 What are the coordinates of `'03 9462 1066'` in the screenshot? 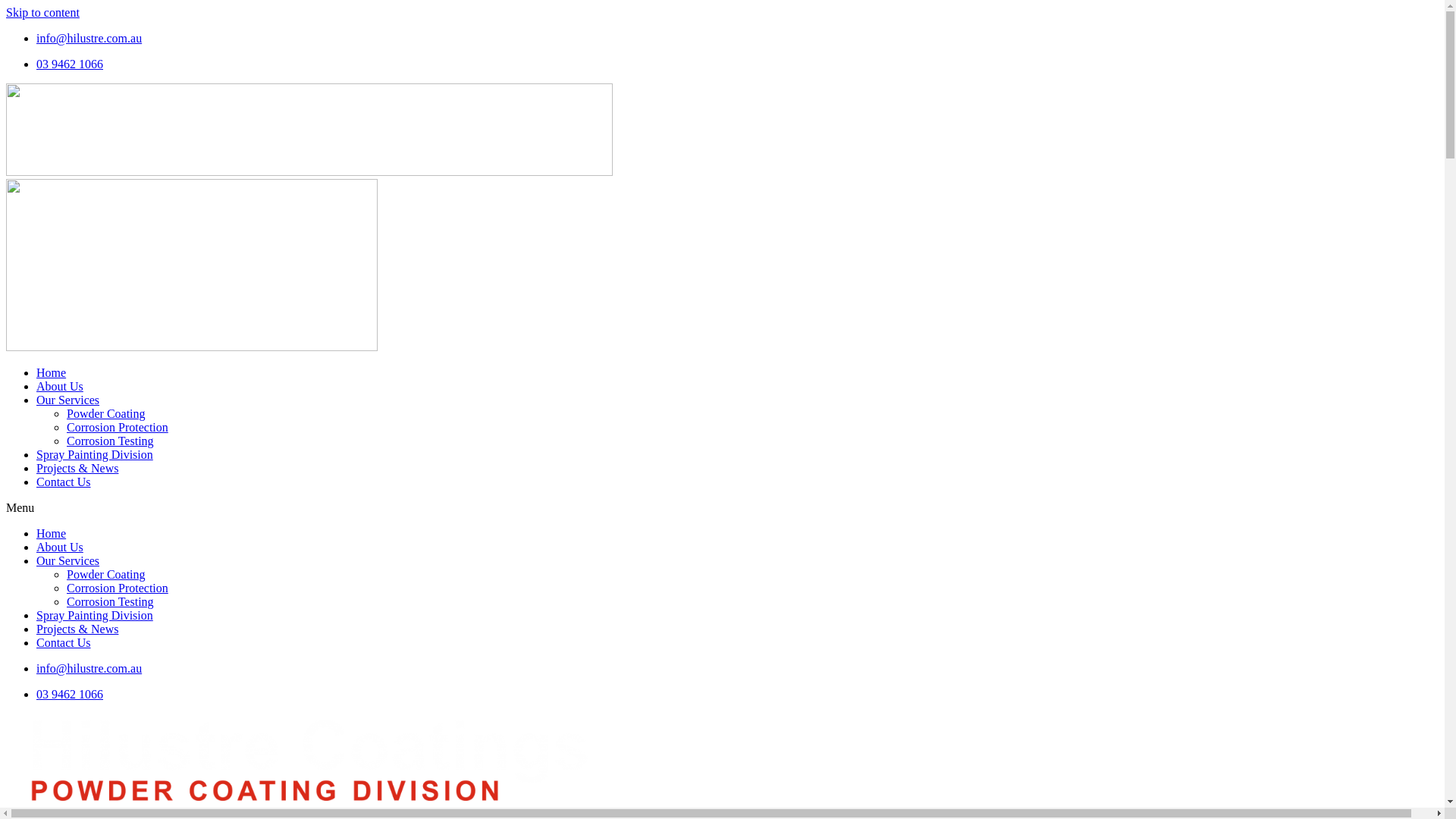 It's located at (68, 694).